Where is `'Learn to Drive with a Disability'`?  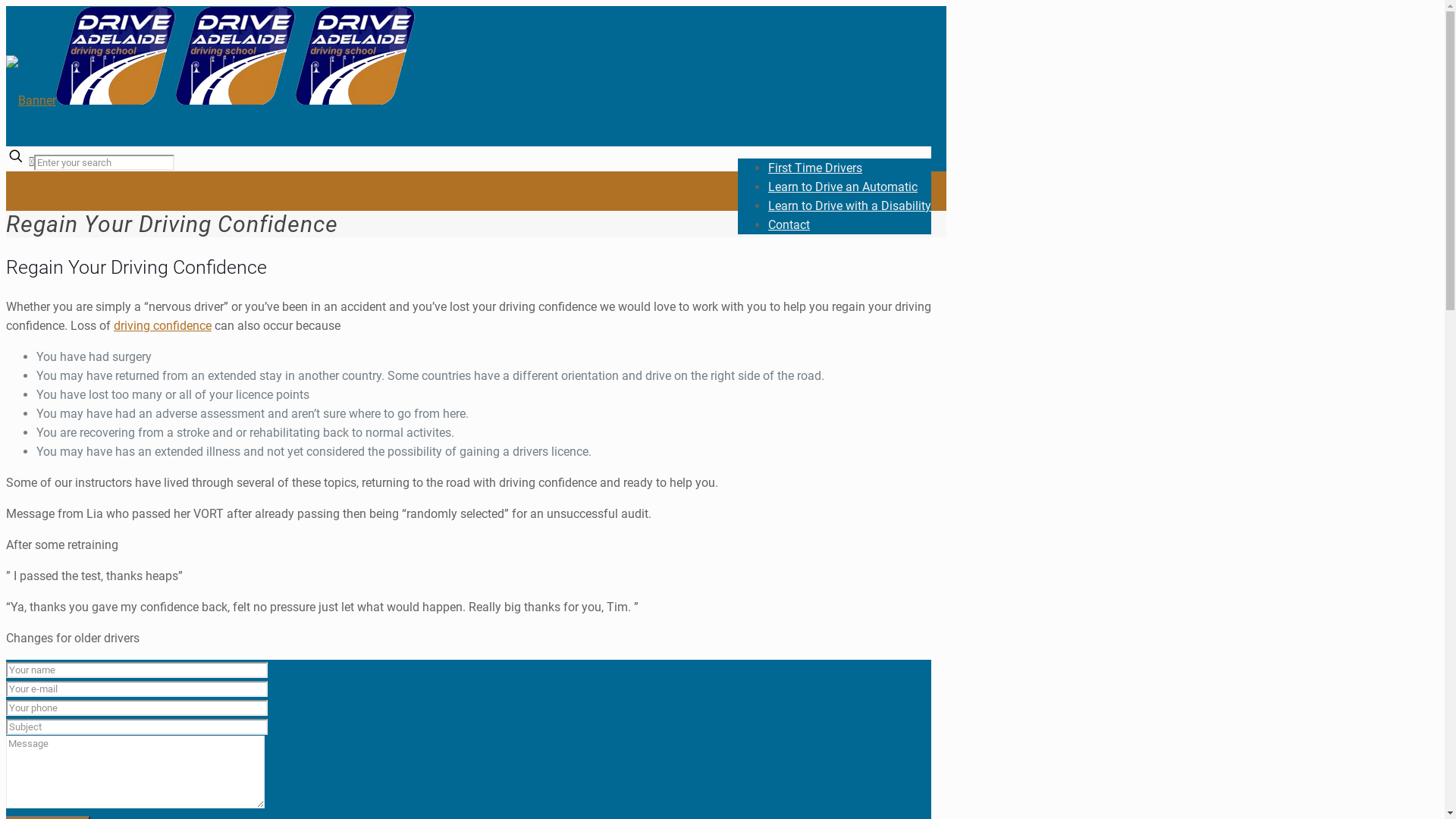 'Learn to Drive with a Disability' is located at coordinates (849, 206).